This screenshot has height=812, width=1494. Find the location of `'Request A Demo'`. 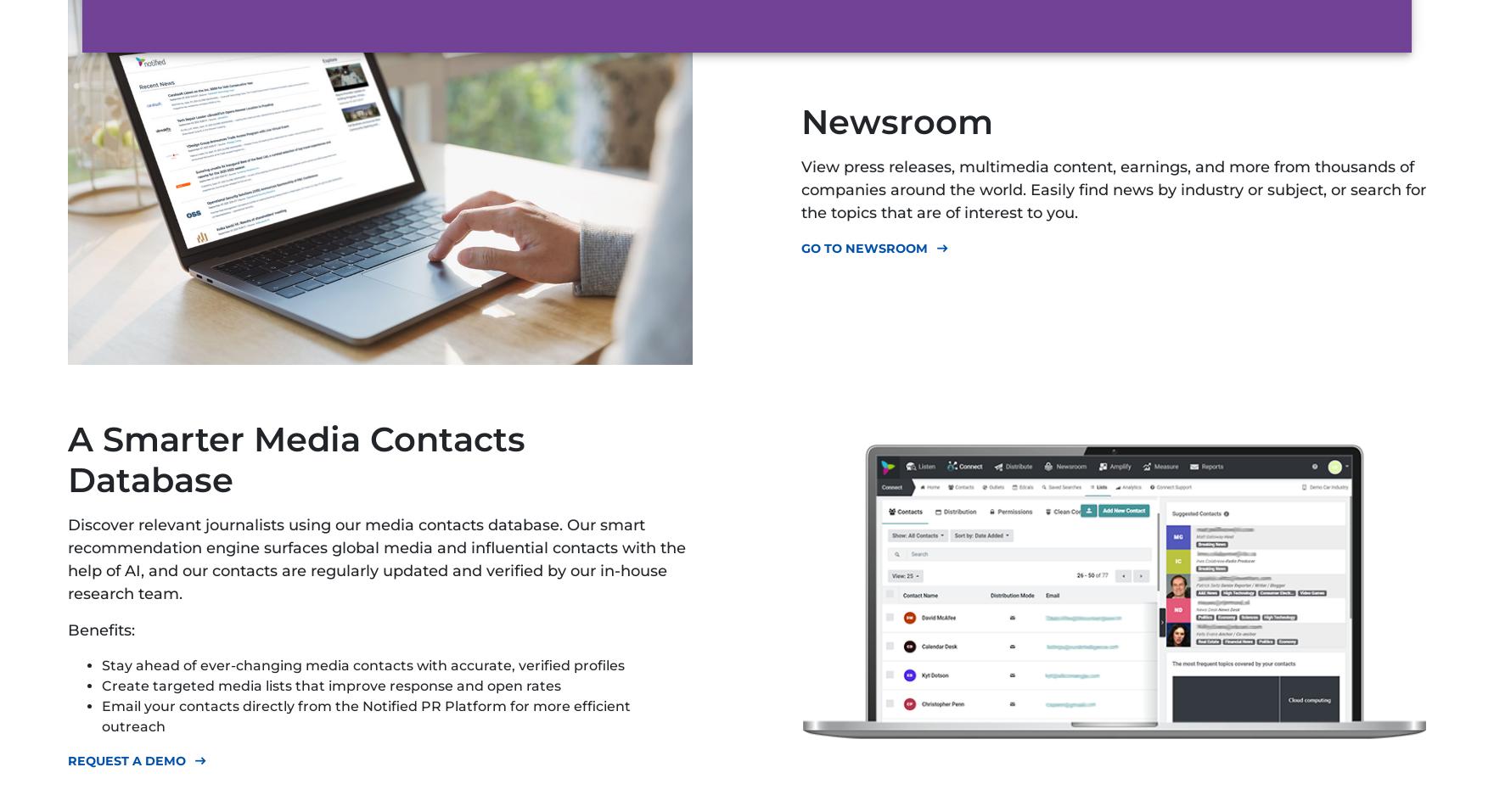

'Request A Demo' is located at coordinates (126, 760).